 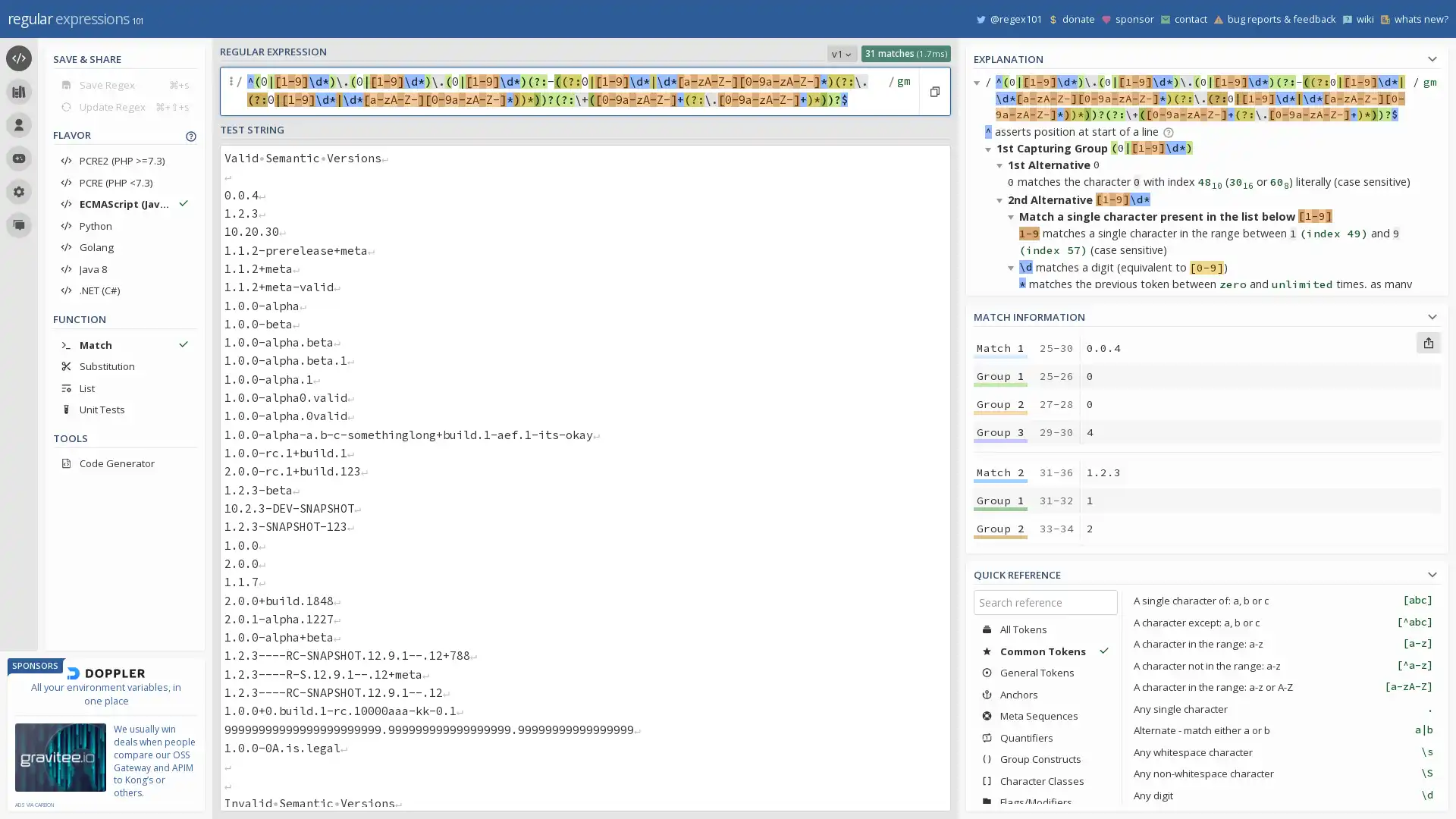 What do you see at coordinates (1000, 472) in the screenshot?
I see `Match 2` at bounding box center [1000, 472].